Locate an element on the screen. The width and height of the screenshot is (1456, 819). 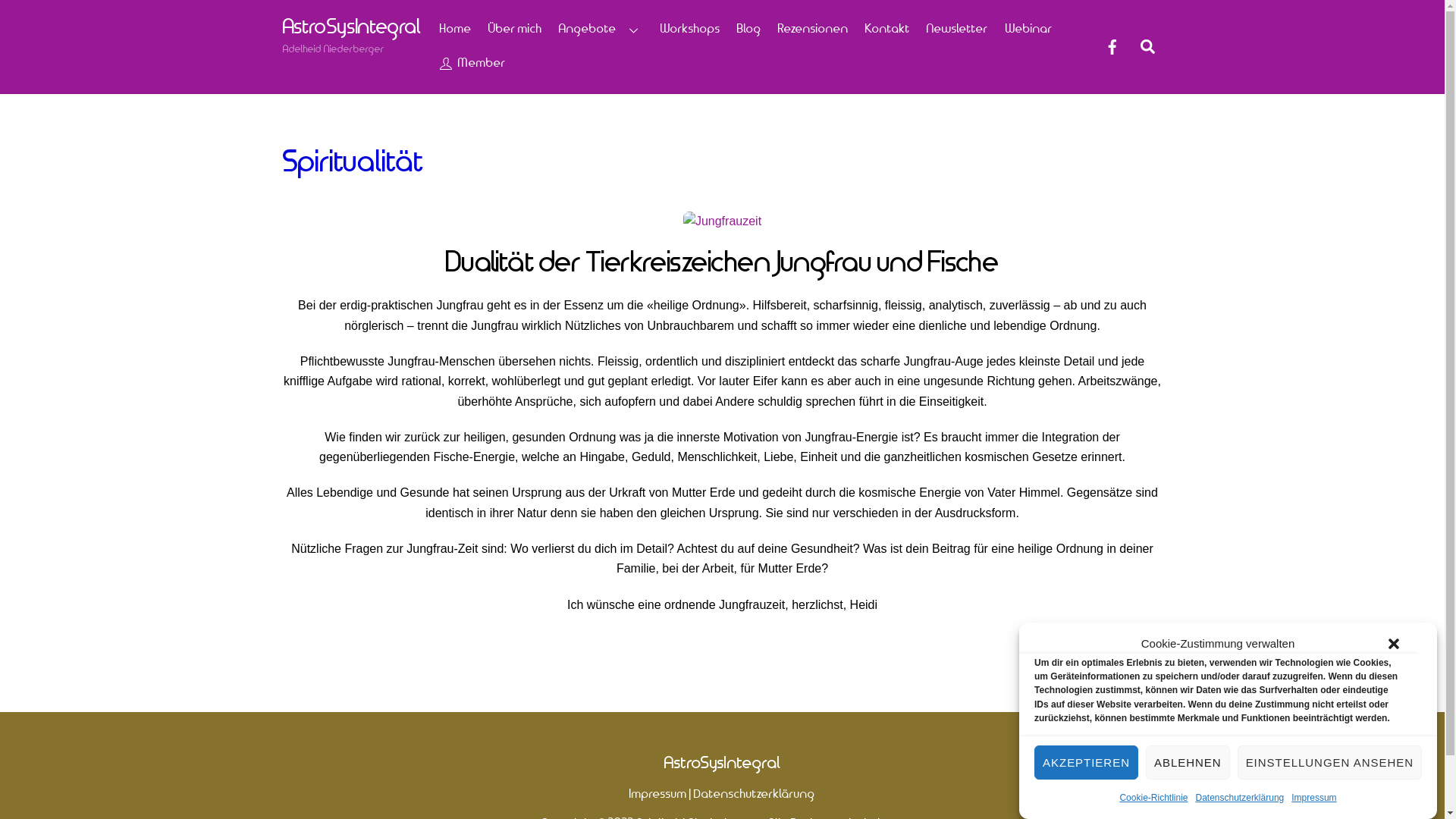
'Home' is located at coordinates (431, 29).